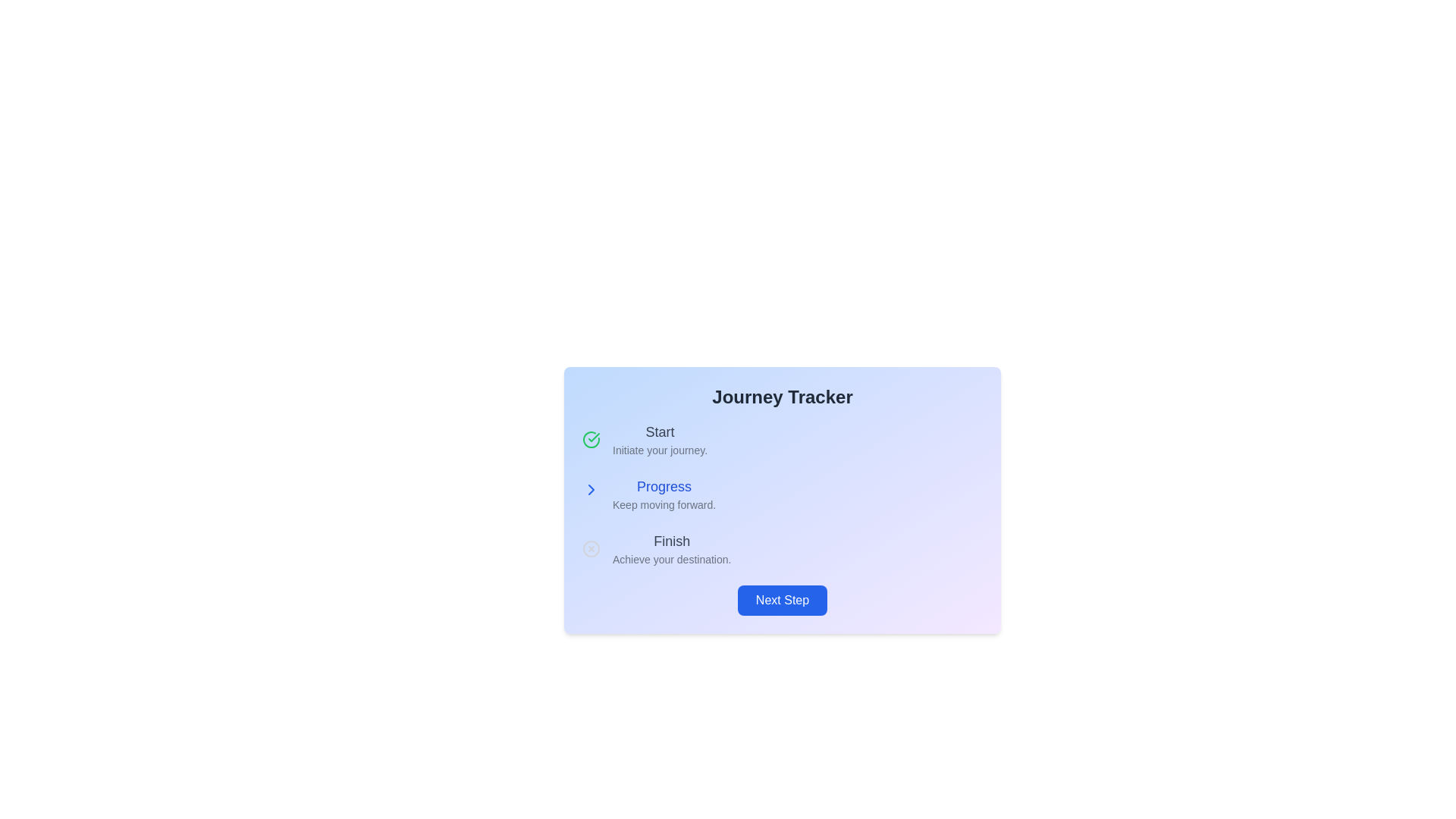 The width and height of the screenshot is (1456, 819). What do you see at coordinates (590, 493) in the screenshot?
I see `the chevron icon pointing to the right, which is blue and located to the left of the 'Progress' text in the second row of the step tracker component` at bounding box center [590, 493].